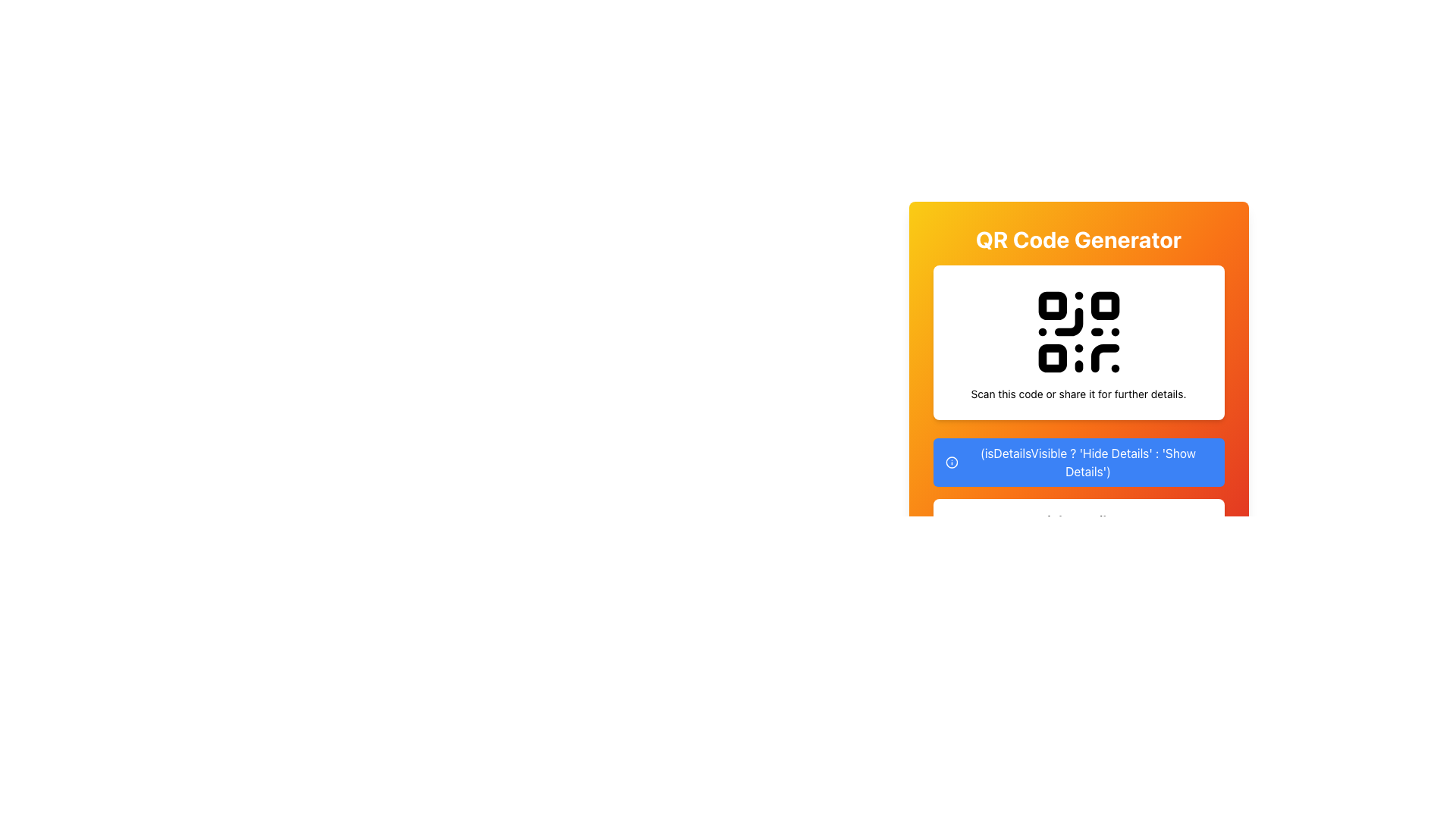  Describe the element at coordinates (1078, 331) in the screenshot. I see `the QR Code graphic located at the center of the white rectangular card, which is positioned below the heading 'QR Code Generator'` at that location.